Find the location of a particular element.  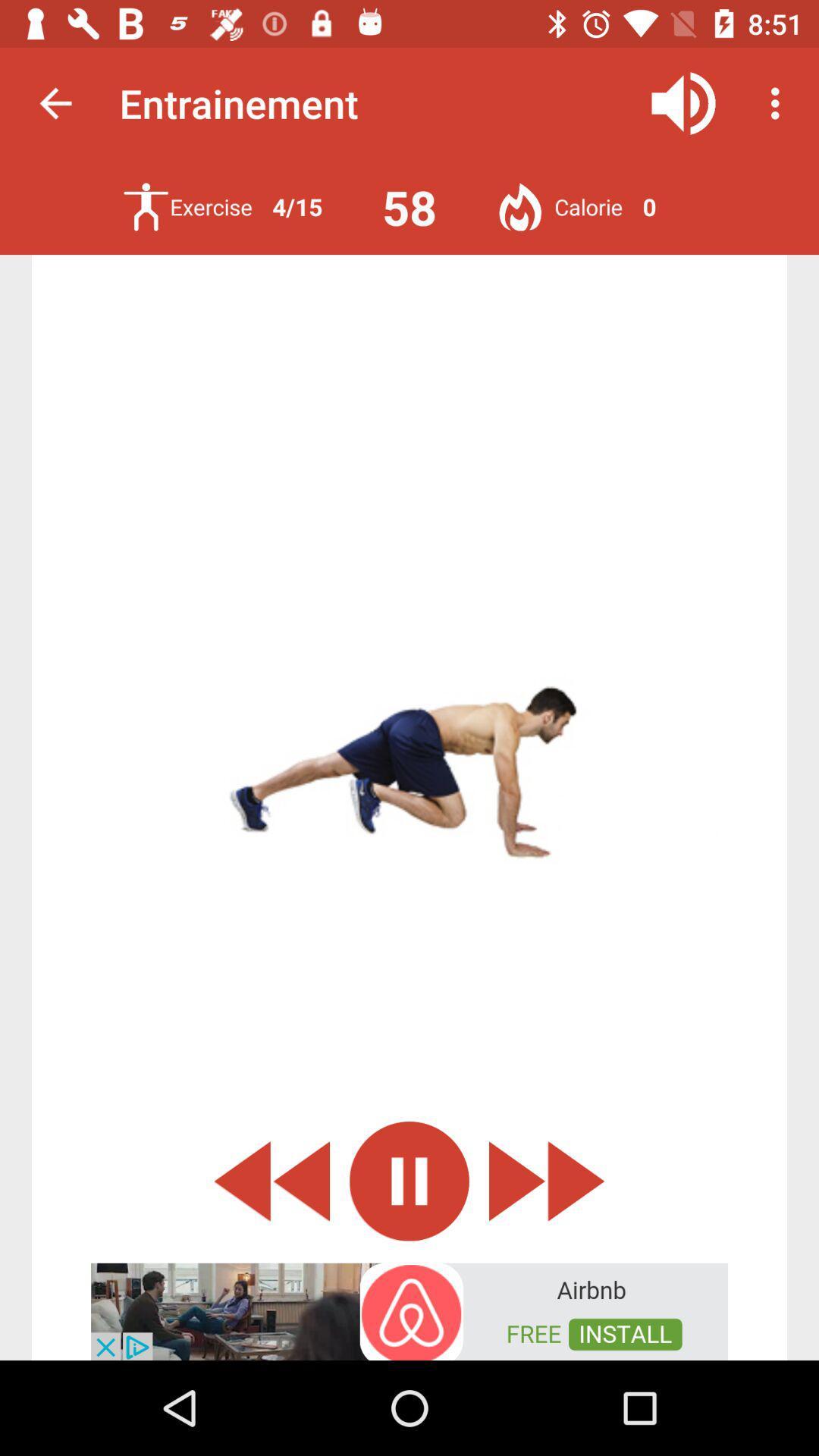

pause icon is located at coordinates (409, 1180).